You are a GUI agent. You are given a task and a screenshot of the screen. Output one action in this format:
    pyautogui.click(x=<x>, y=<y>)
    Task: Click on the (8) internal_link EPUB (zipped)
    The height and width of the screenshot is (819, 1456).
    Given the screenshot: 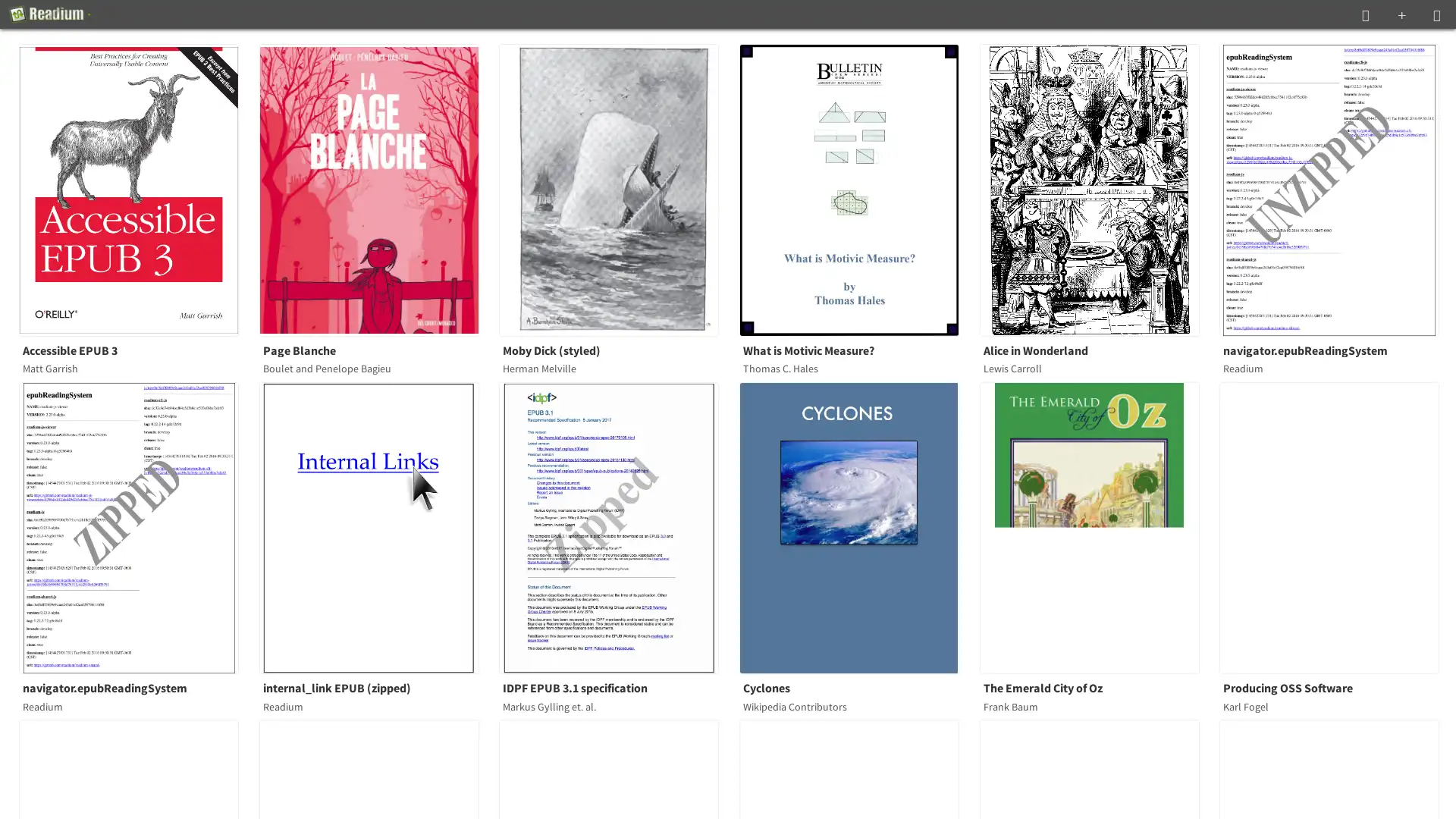 What is the action you would take?
    pyautogui.click(x=378, y=526)
    